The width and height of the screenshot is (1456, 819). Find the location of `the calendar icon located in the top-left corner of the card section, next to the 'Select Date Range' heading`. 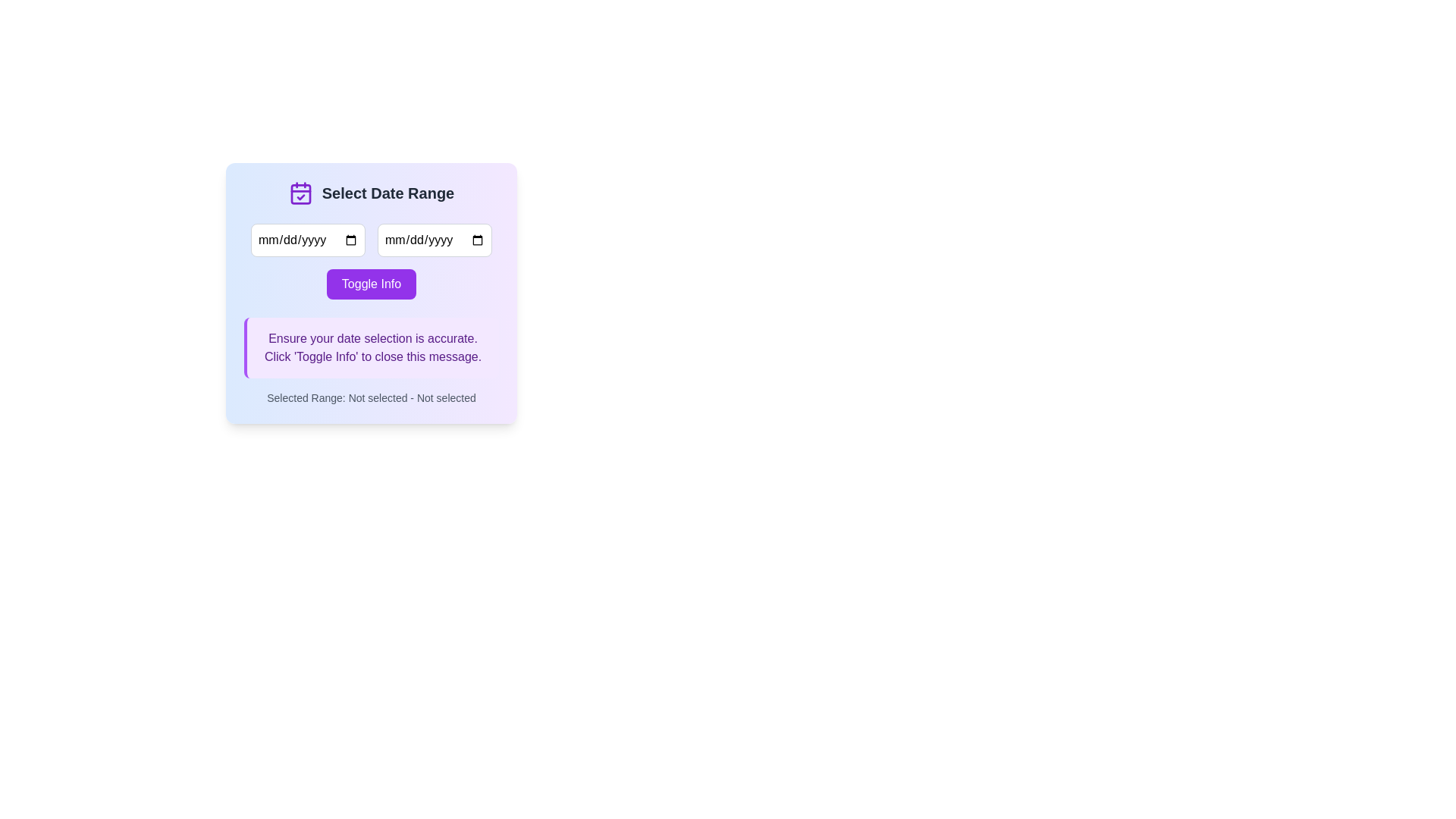

the calendar icon located in the top-left corner of the card section, next to the 'Select Date Range' heading is located at coordinates (300, 192).